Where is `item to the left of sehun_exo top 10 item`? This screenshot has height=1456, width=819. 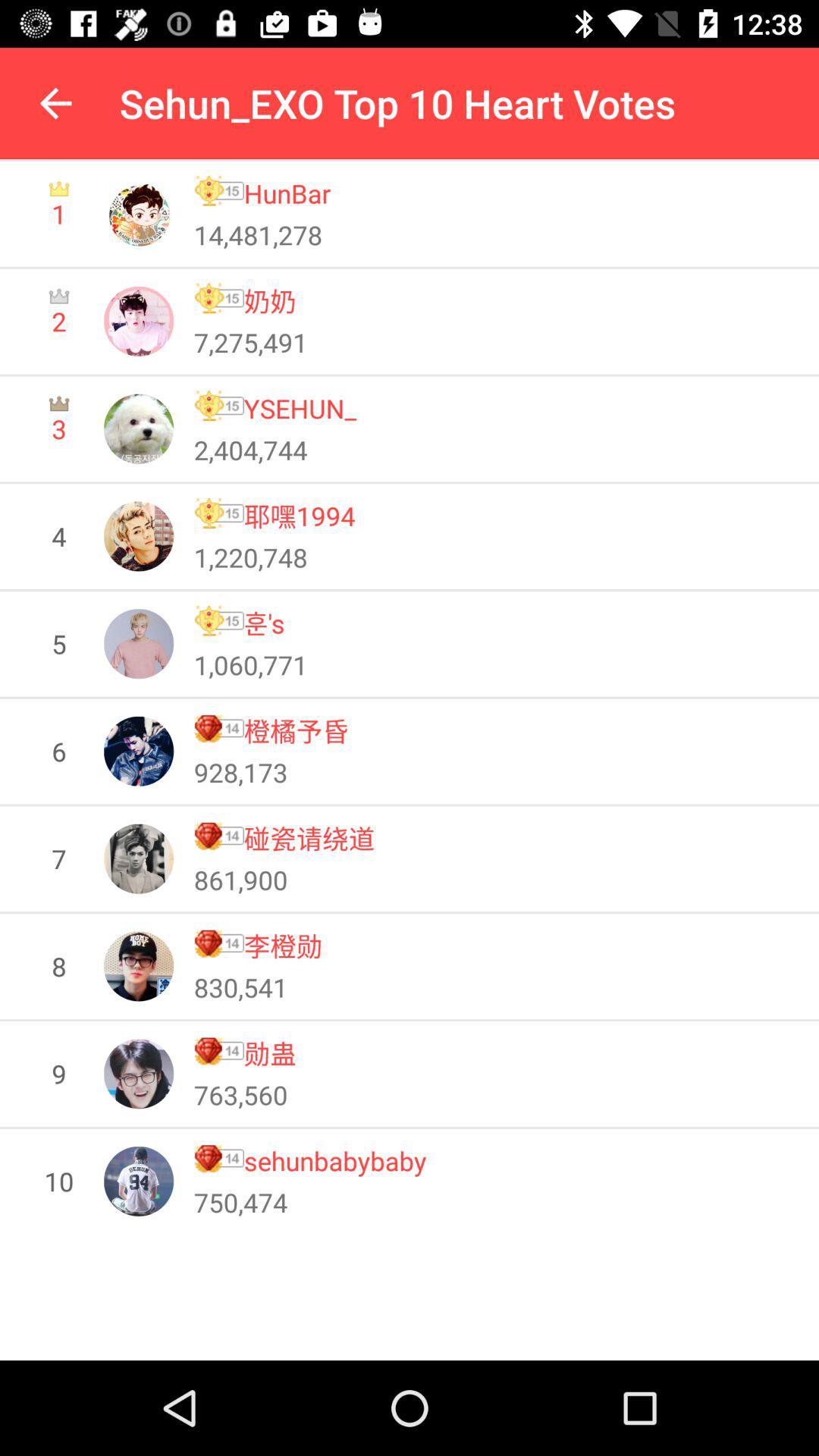
item to the left of sehun_exo top 10 item is located at coordinates (55, 102).